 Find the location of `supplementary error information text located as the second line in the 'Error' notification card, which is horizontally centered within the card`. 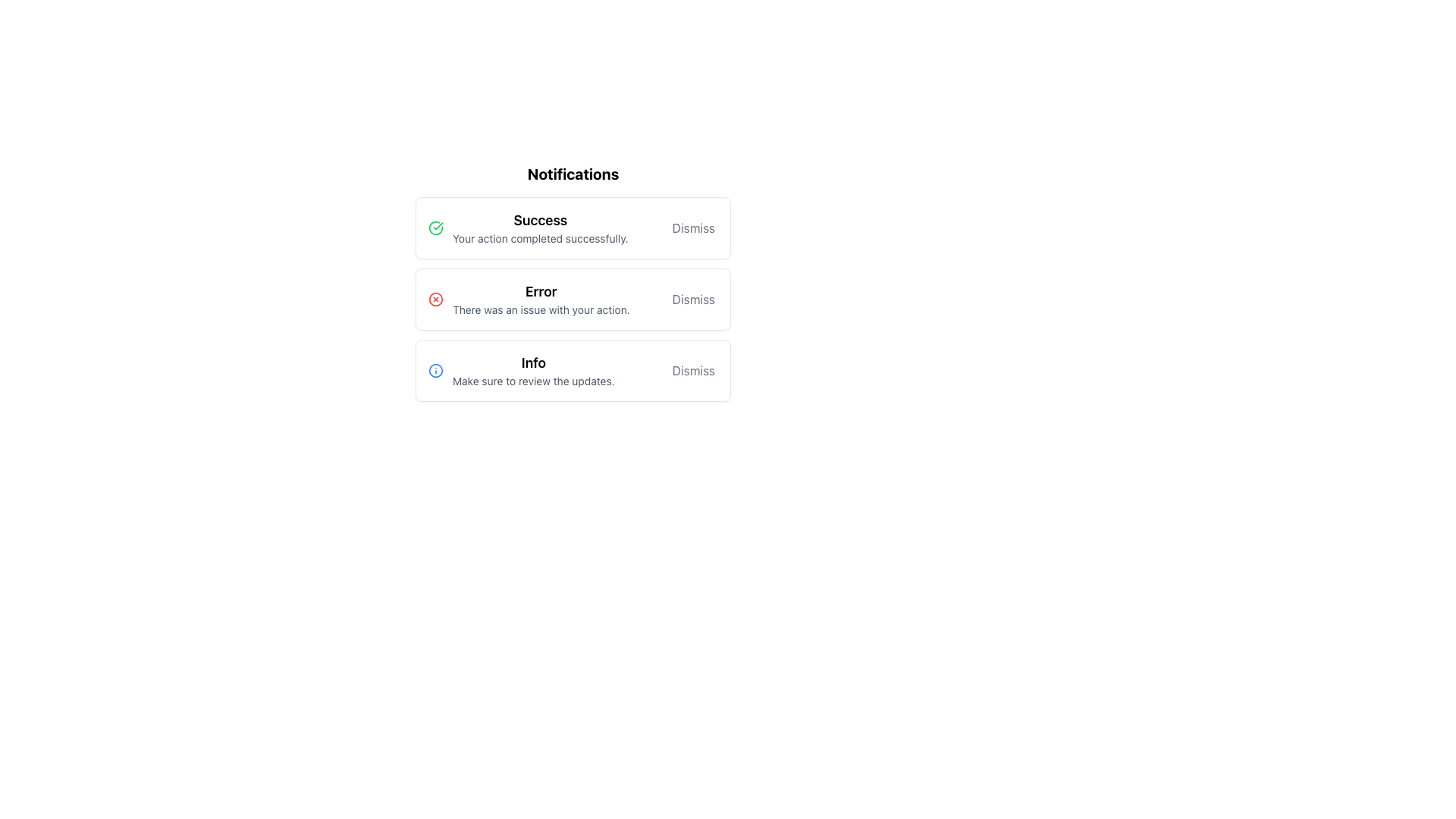

supplementary error information text located as the second line in the 'Error' notification card, which is horizontally centered within the card is located at coordinates (541, 309).